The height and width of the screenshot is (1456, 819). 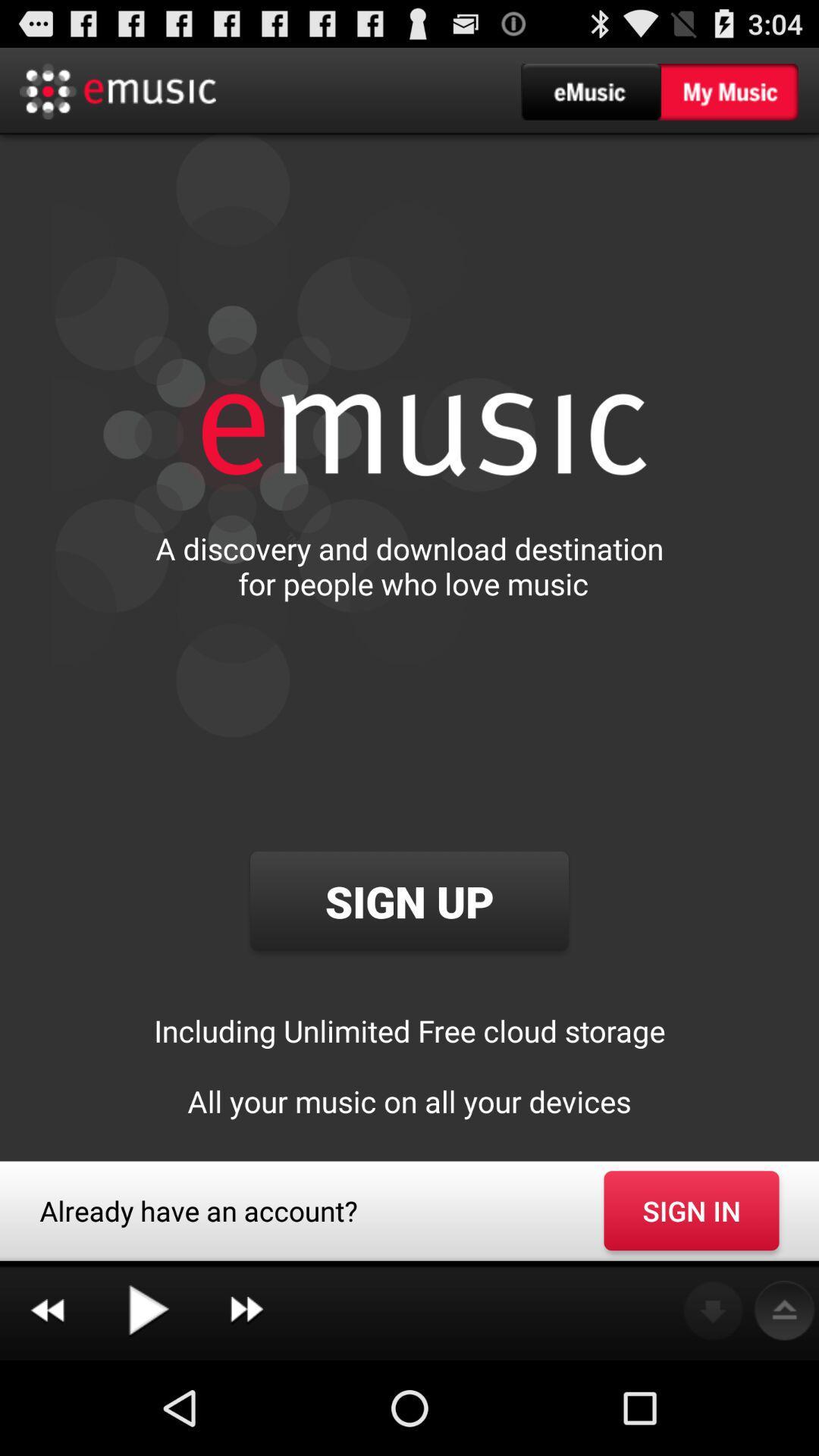 What do you see at coordinates (246, 1402) in the screenshot?
I see `the av_forward icon` at bounding box center [246, 1402].